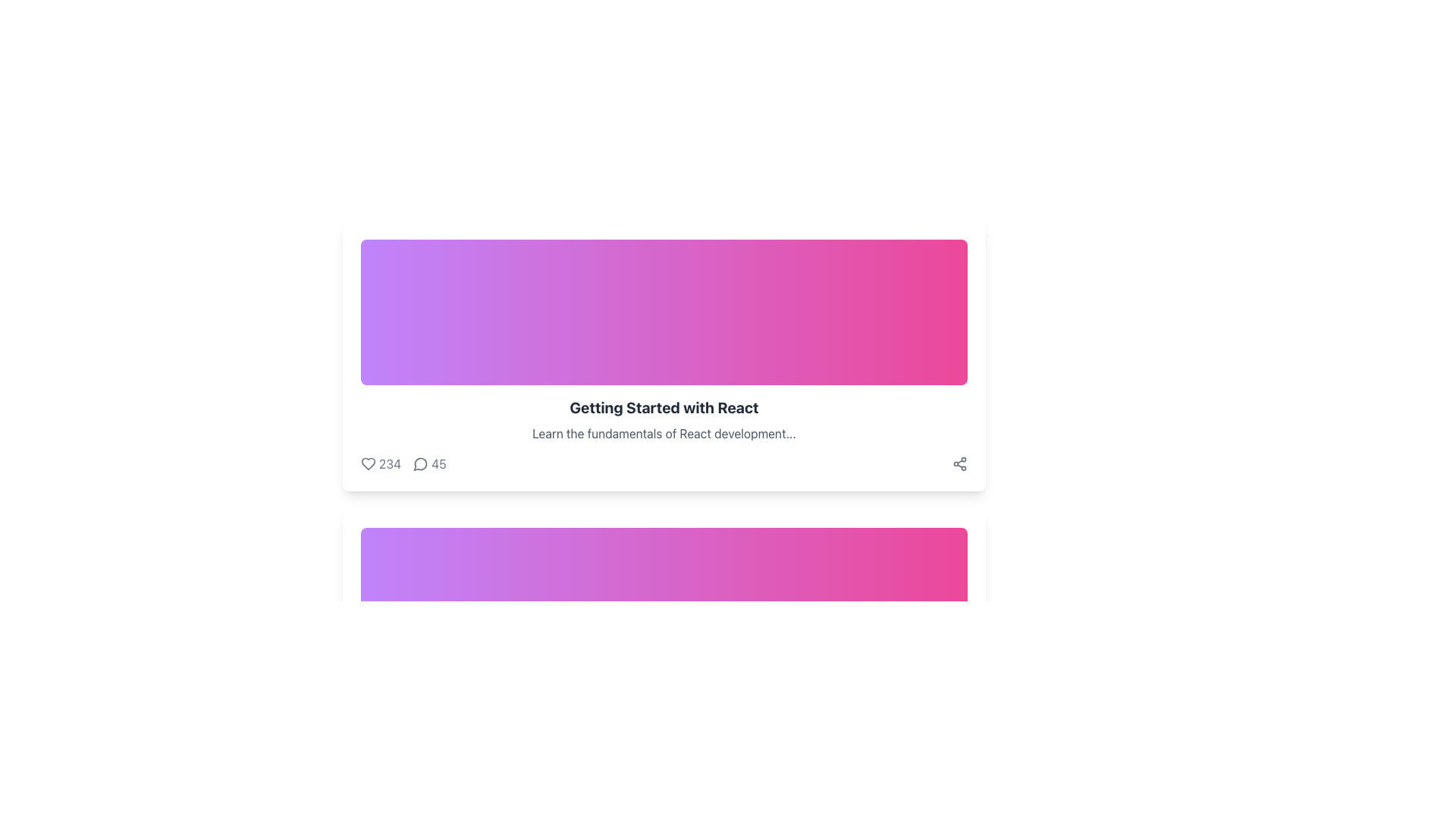 This screenshot has width=1456, height=819. What do you see at coordinates (381, 463) in the screenshot?
I see `the interactive UI element featuring a heart icon and the numeric label '234'` at bounding box center [381, 463].